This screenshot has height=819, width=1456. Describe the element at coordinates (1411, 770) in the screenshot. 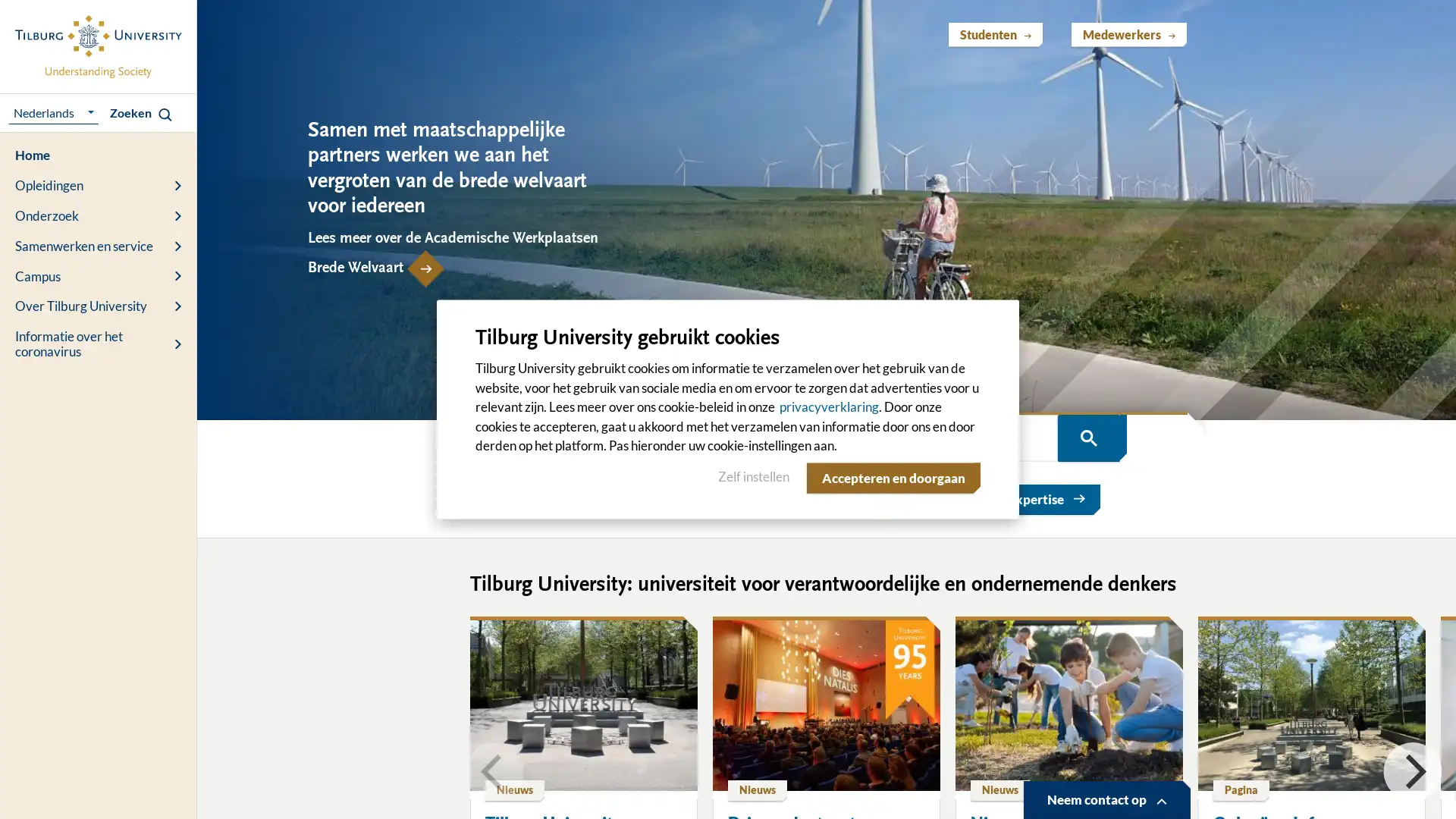

I see `next` at that location.